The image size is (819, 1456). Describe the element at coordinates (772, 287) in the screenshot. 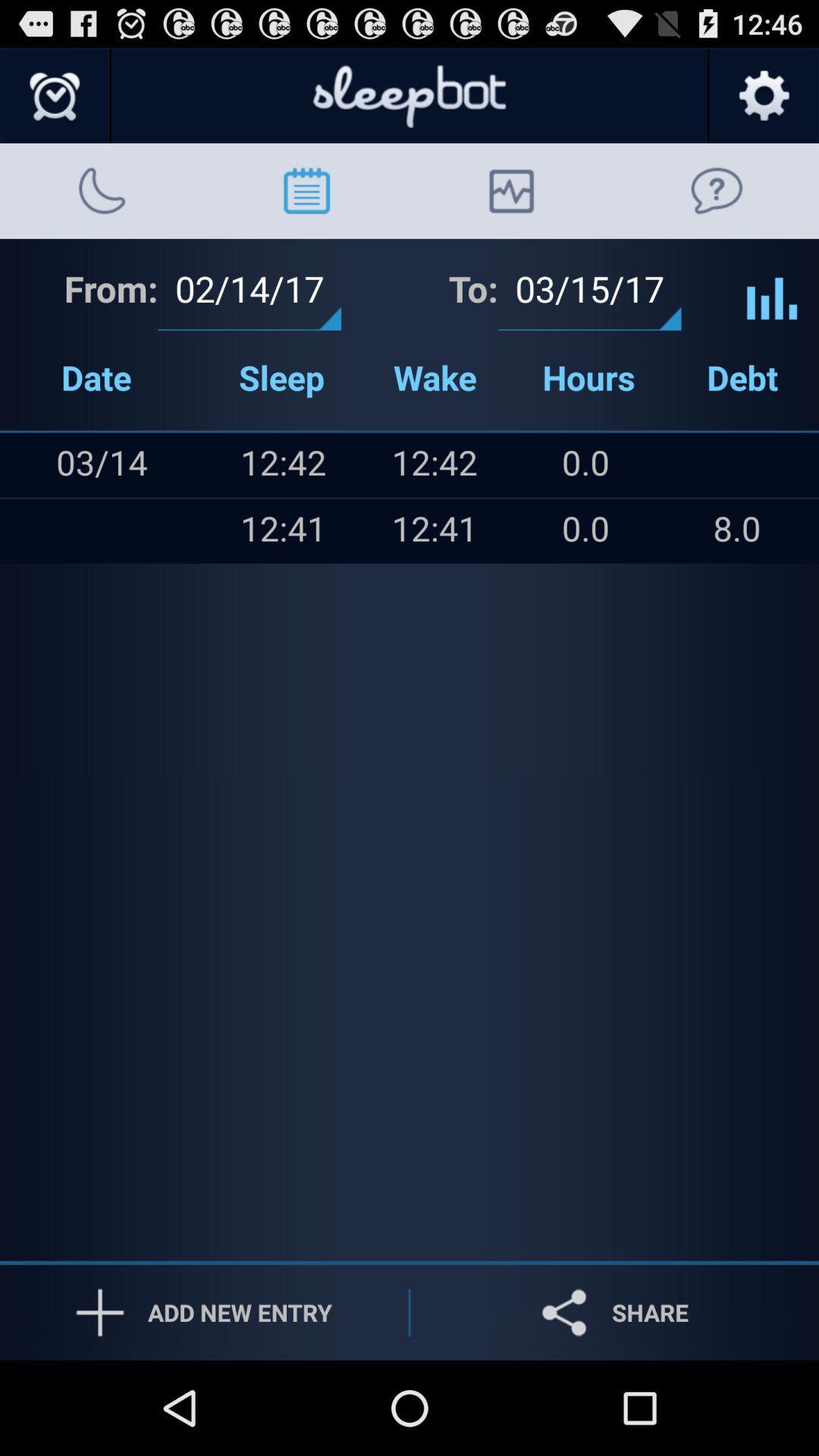

I see `click on icon` at that location.